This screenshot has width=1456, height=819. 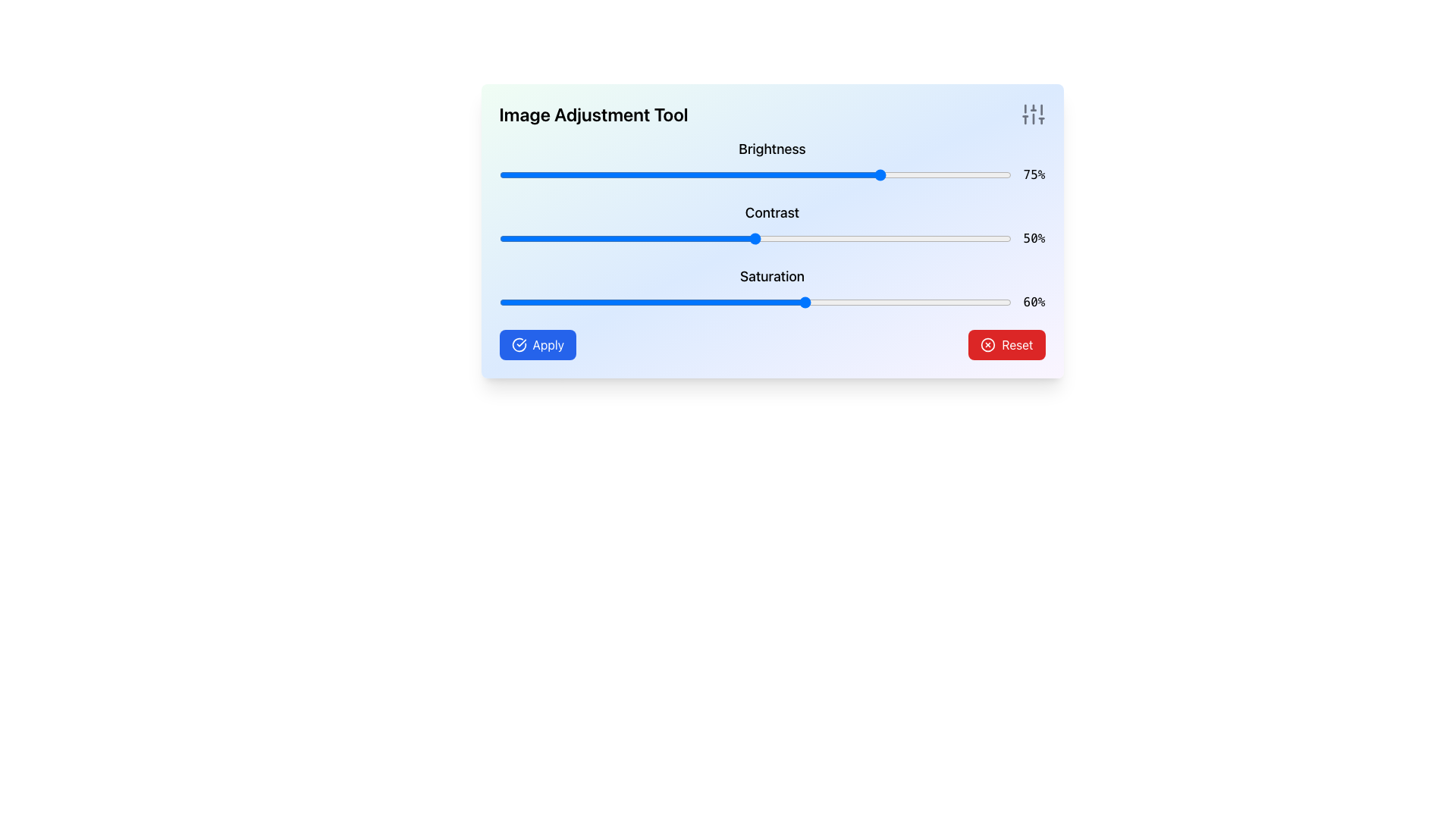 What do you see at coordinates (592, 113) in the screenshot?
I see `the bold title text 'Image Adjustment Tool' located at the top left of the interface` at bounding box center [592, 113].